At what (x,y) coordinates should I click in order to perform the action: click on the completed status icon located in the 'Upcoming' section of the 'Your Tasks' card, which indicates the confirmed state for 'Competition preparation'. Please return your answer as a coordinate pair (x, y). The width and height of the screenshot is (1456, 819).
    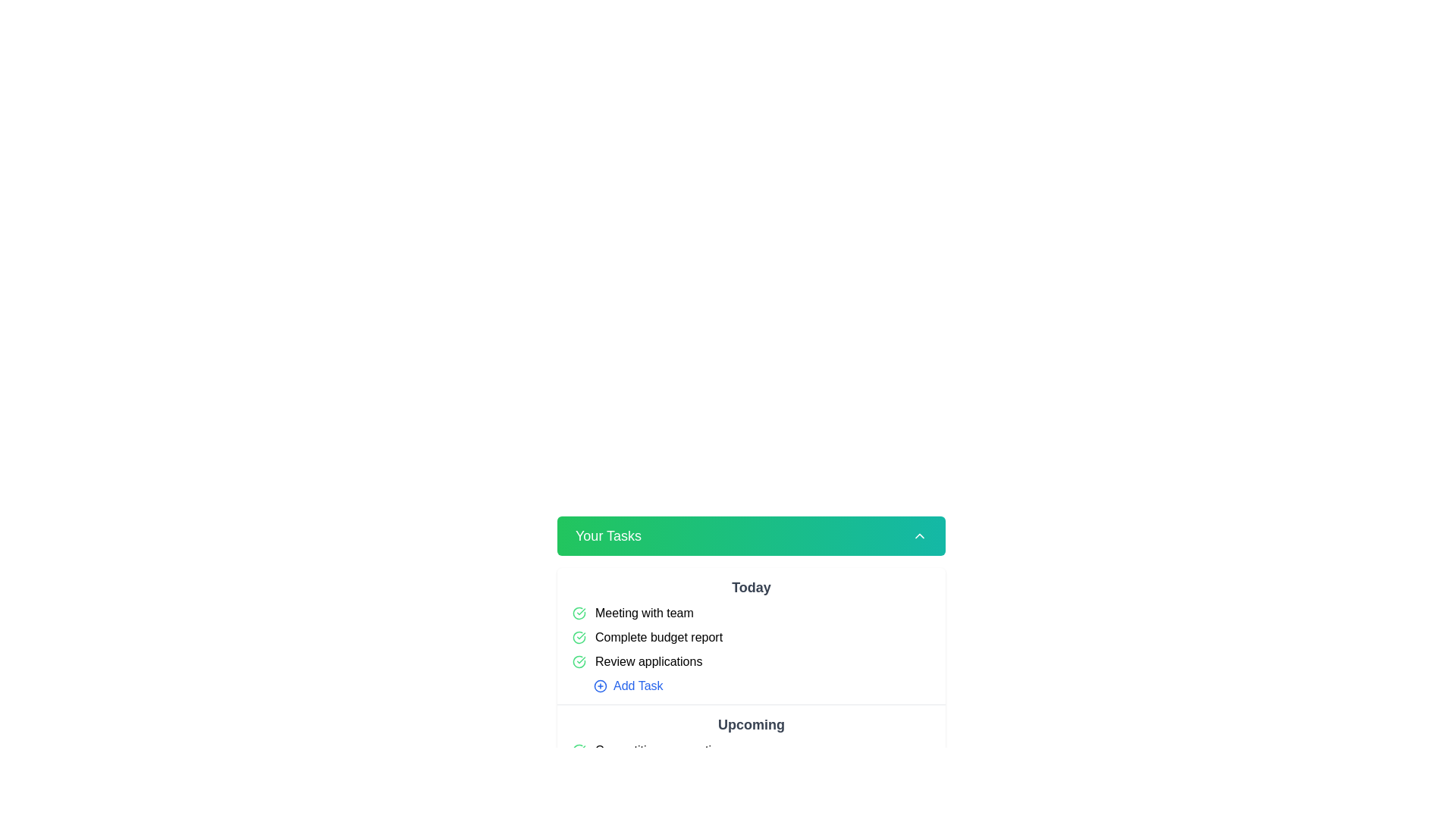
    Looking at the image, I should click on (578, 751).